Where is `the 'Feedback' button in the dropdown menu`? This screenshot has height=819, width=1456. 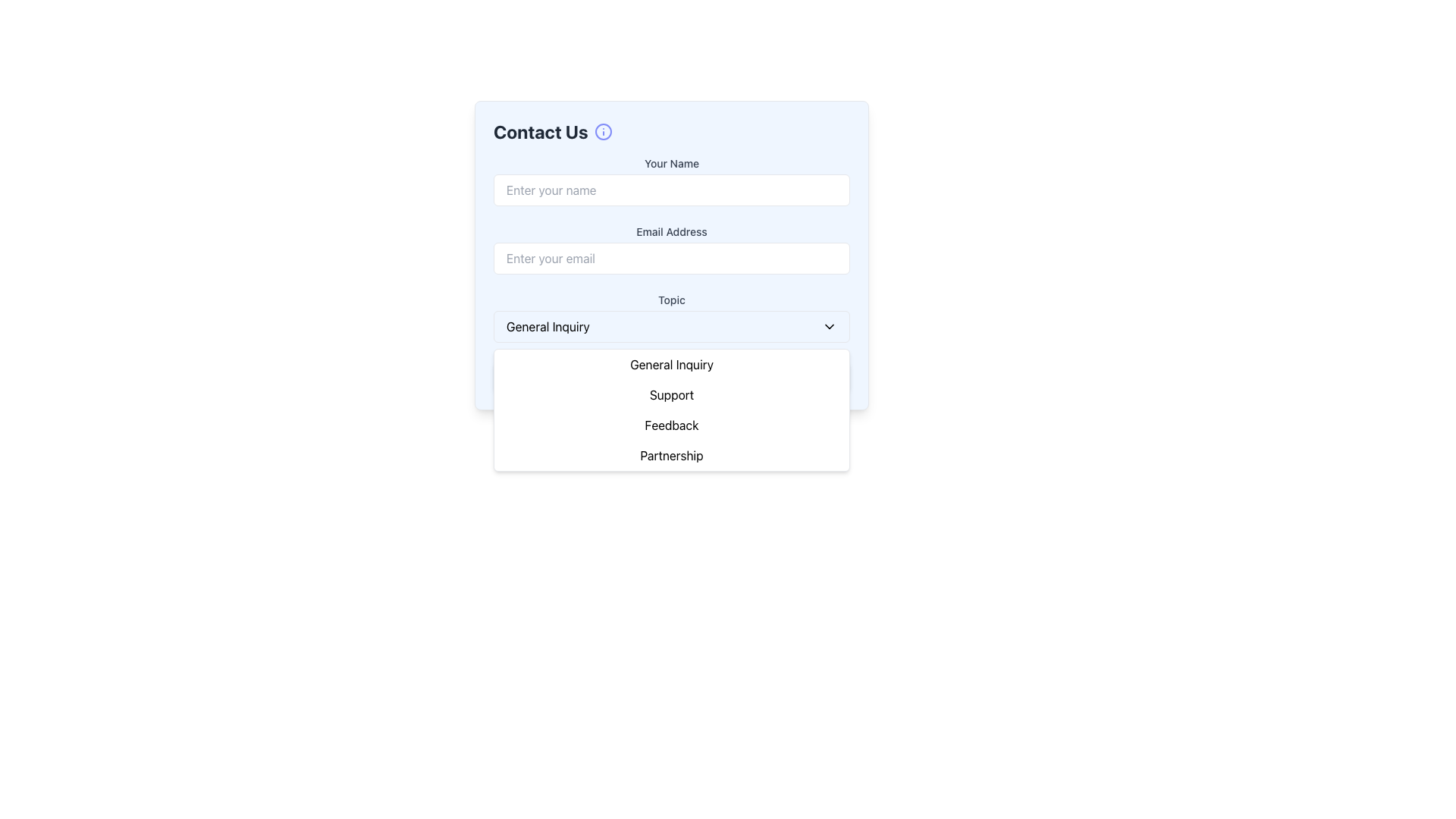
the 'Feedback' button in the dropdown menu is located at coordinates (671, 425).